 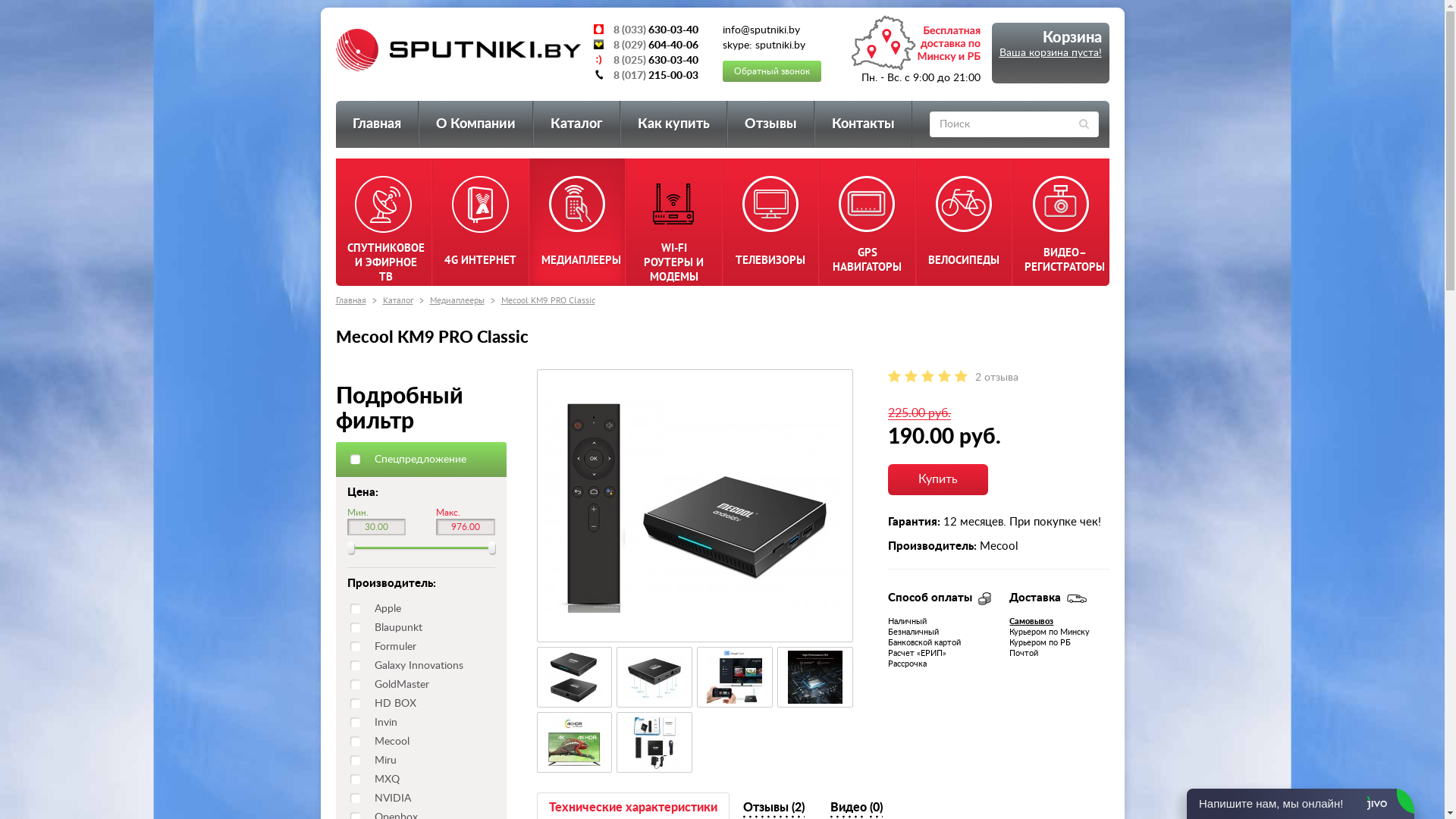 What do you see at coordinates (814, 676) in the screenshot?
I see `'Mecool KM9 PRO Classic'` at bounding box center [814, 676].